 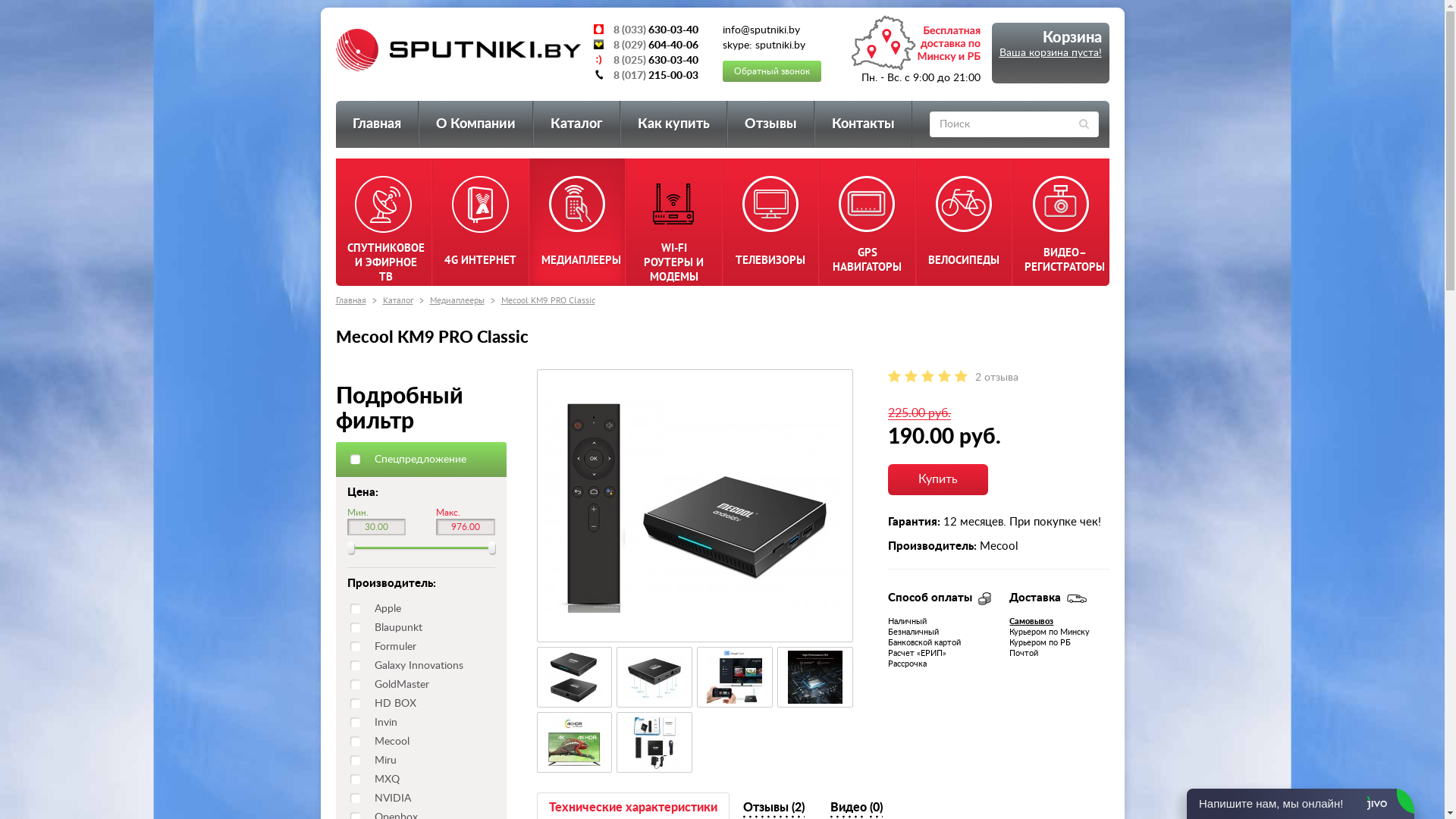 What do you see at coordinates (814, 676) in the screenshot?
I see `'Mecool KM9 PRO Classic'` at bounding box center [814, 676].